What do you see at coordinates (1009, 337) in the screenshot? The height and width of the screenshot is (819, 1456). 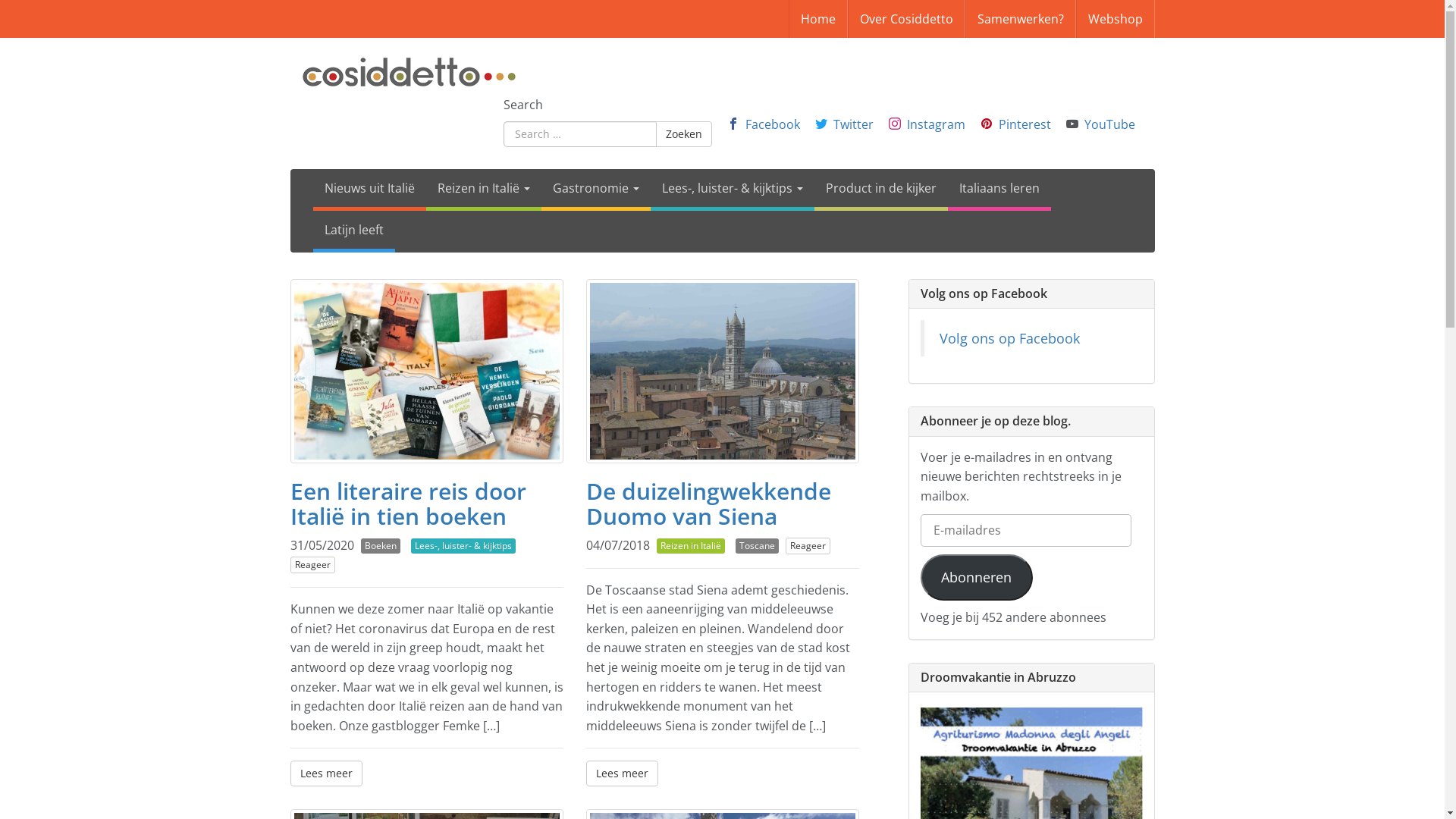 I see `'Volg ons op Facebook'` at bounding box center [1009, 337].